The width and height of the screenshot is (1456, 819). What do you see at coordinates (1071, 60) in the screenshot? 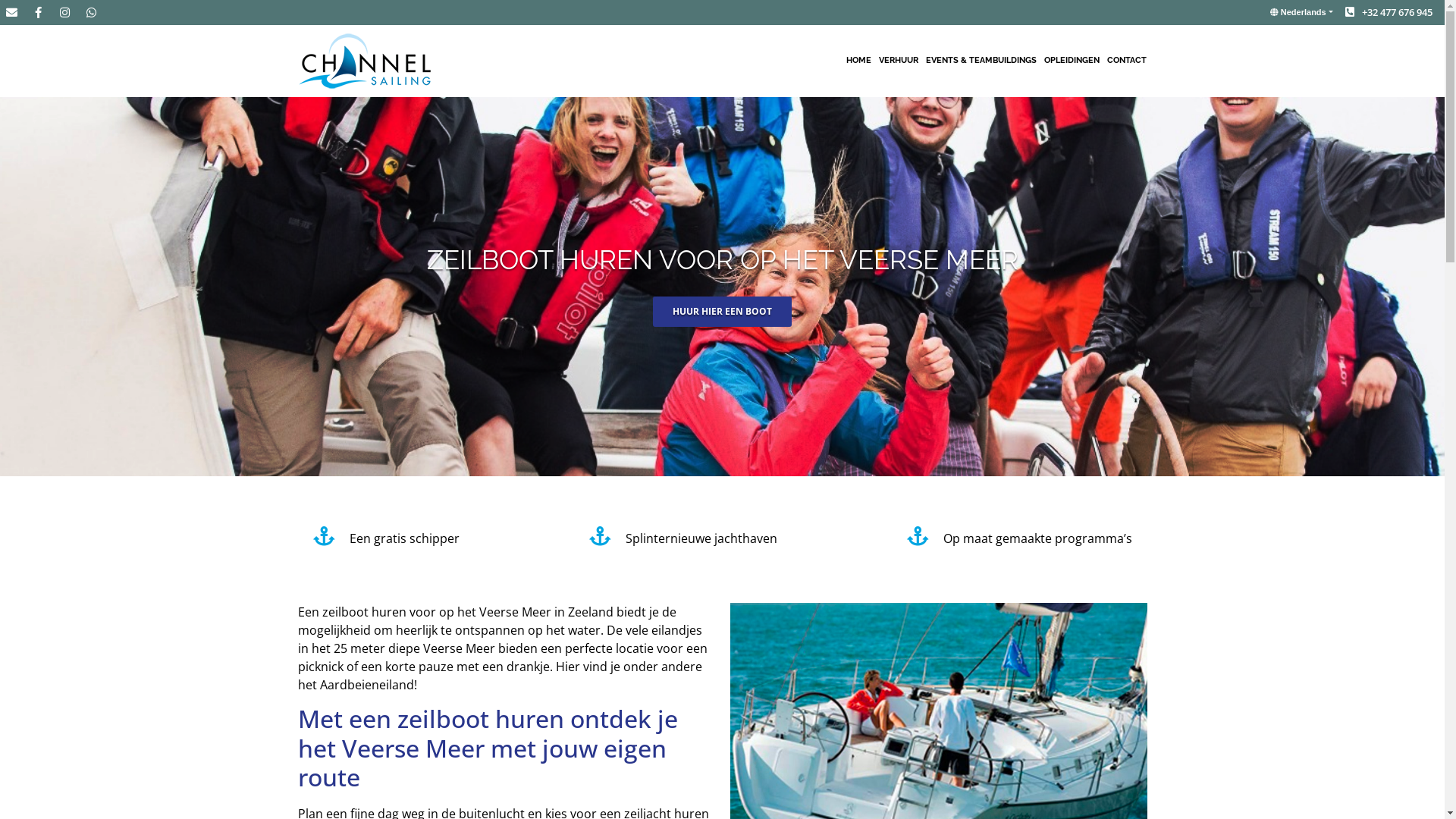
I see `'OPLEIDINGEN'` at bounding box center [1071, 60].